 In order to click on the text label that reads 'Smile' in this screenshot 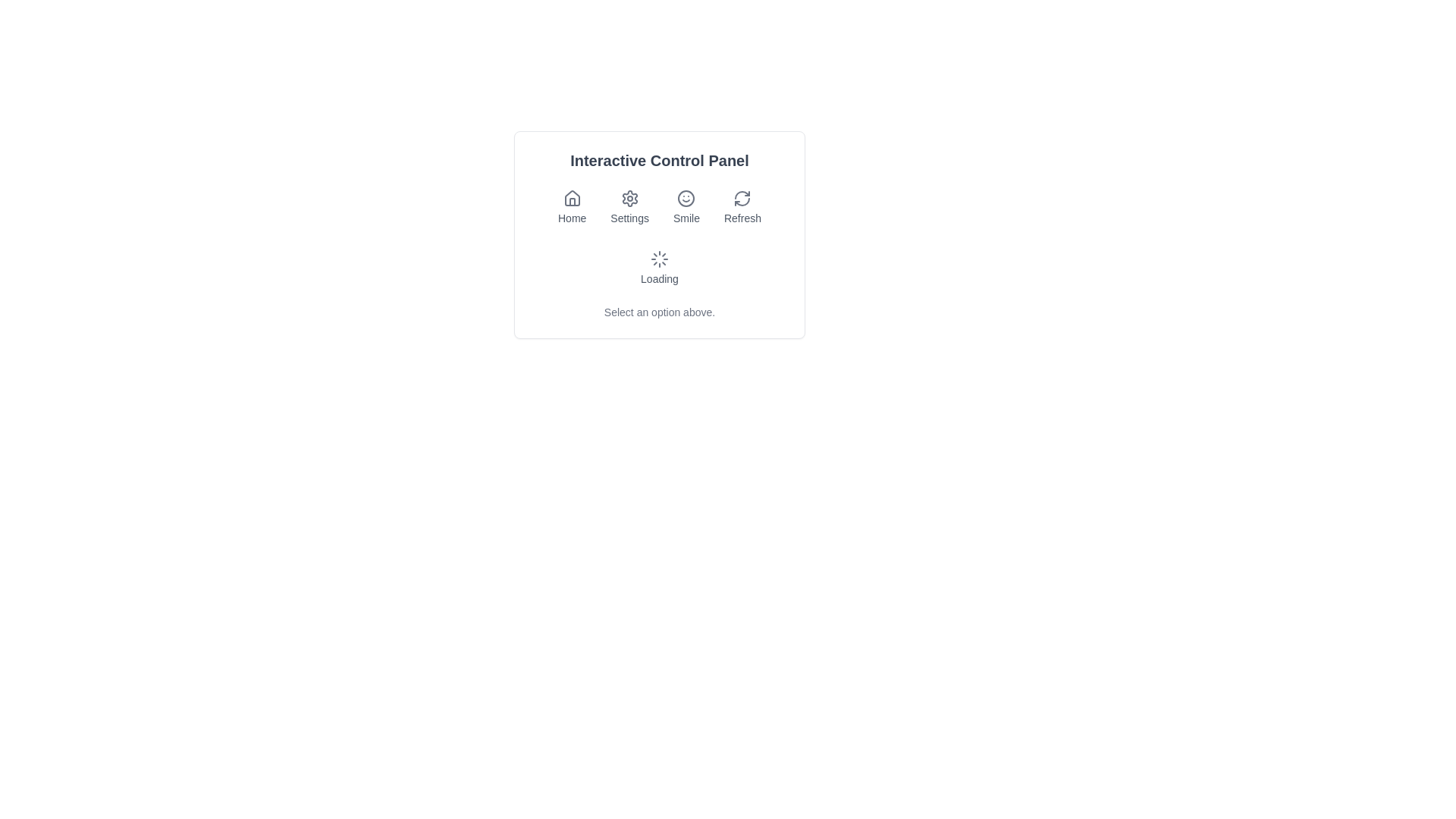, I will do `click(686, 218)`.